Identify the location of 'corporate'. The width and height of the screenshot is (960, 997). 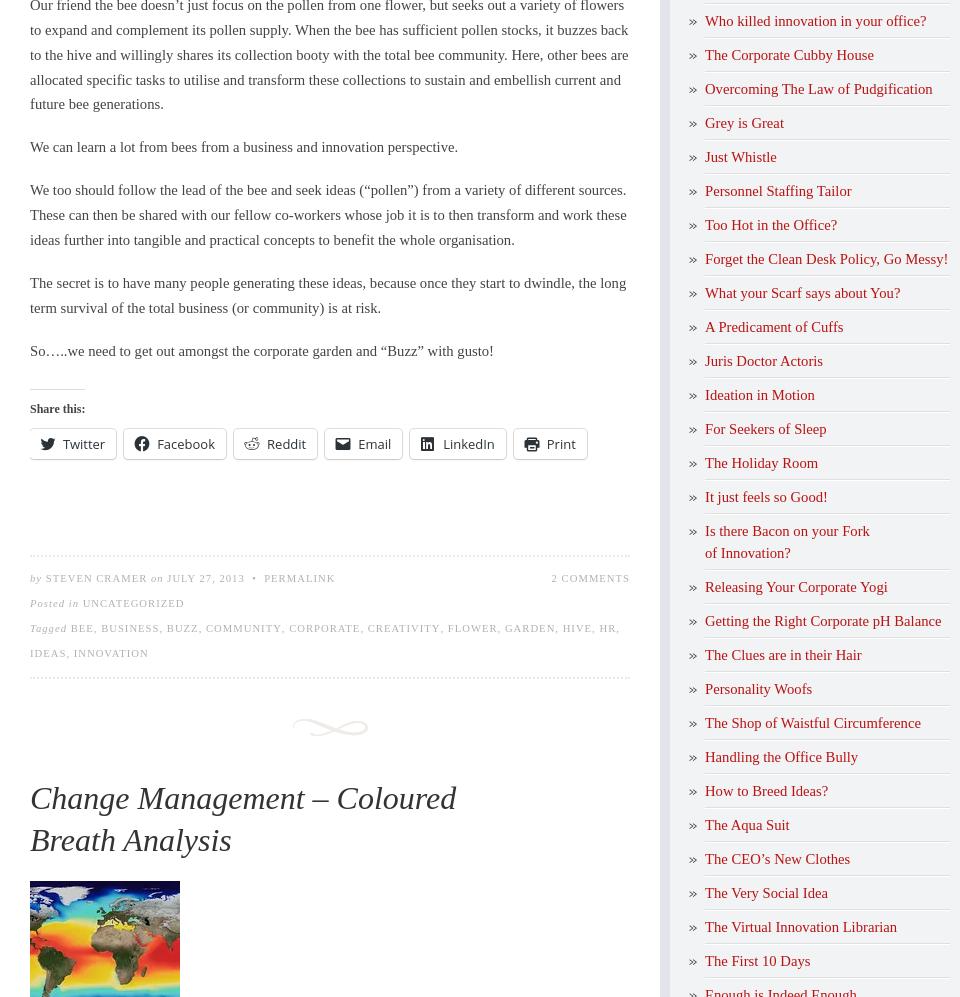
(324, 627).